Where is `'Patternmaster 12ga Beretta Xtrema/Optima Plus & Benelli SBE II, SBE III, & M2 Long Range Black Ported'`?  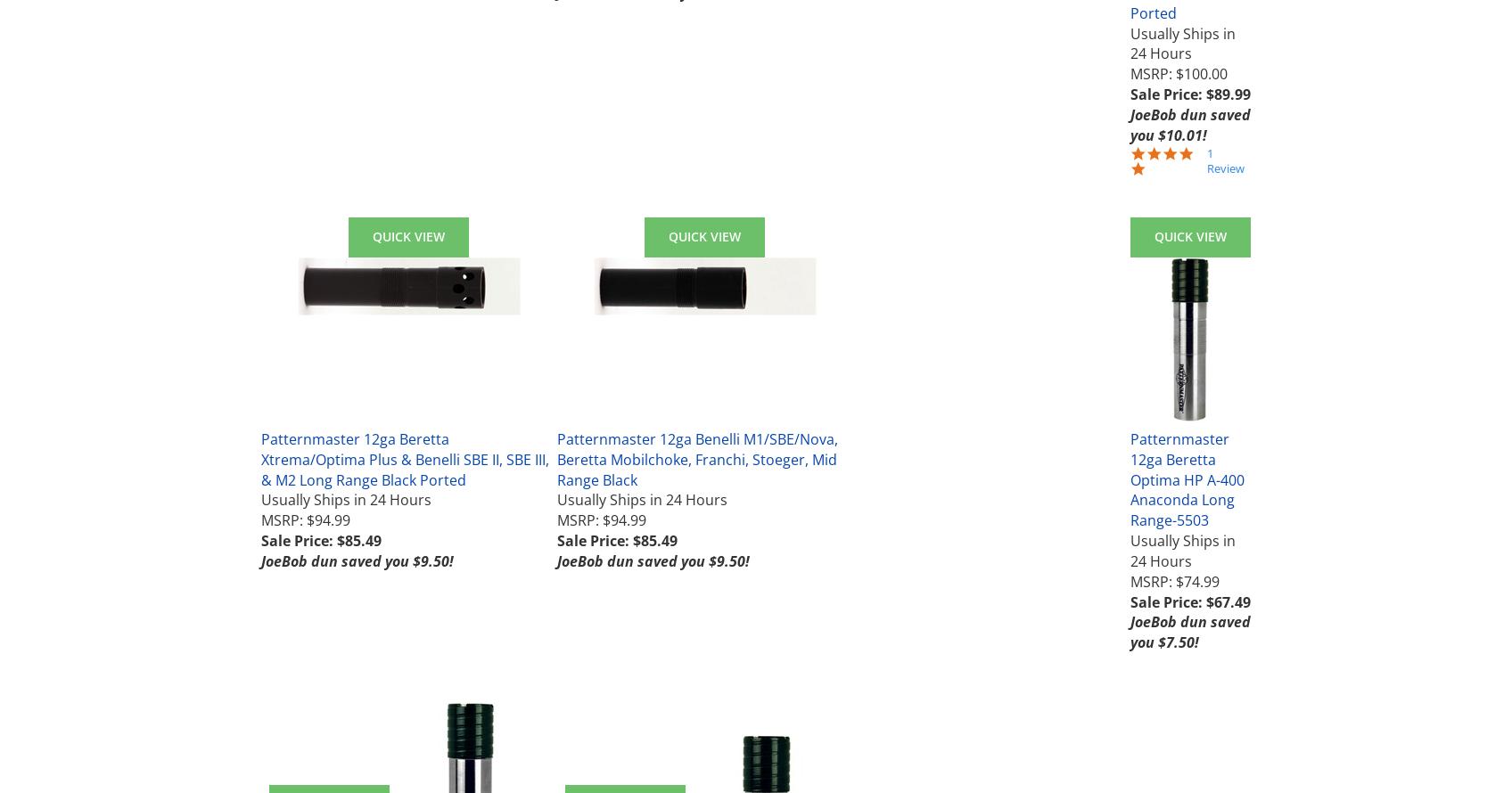
'Patternmaster 12ga Beretta Xtrema/Optima Plus & Benelli SBE II, SBE III, & M2 Long Range Black Ported' is located at coordinates (405, 459).